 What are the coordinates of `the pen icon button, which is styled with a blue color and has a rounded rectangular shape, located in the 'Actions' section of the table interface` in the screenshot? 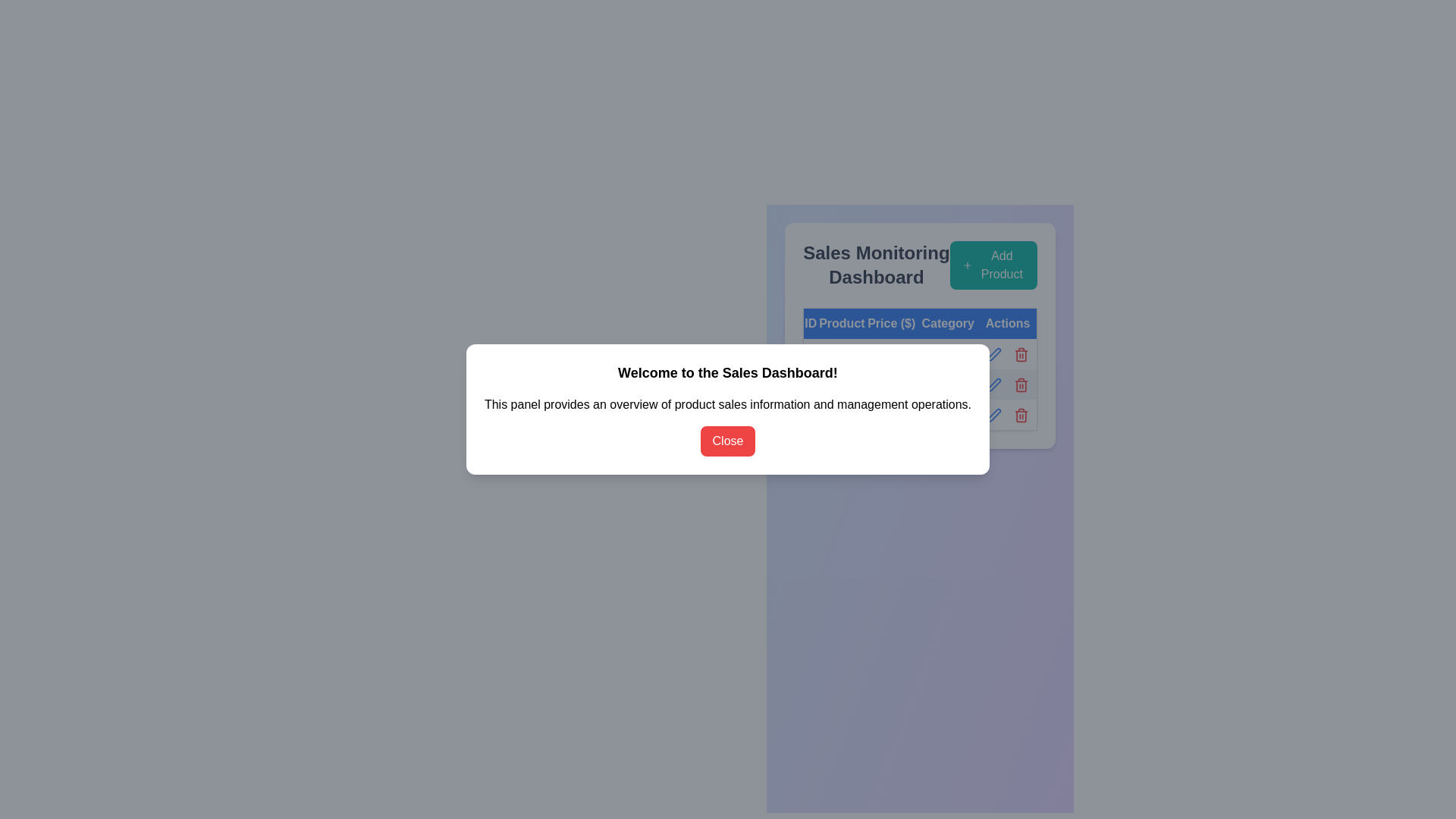 It's located at (994, 384).